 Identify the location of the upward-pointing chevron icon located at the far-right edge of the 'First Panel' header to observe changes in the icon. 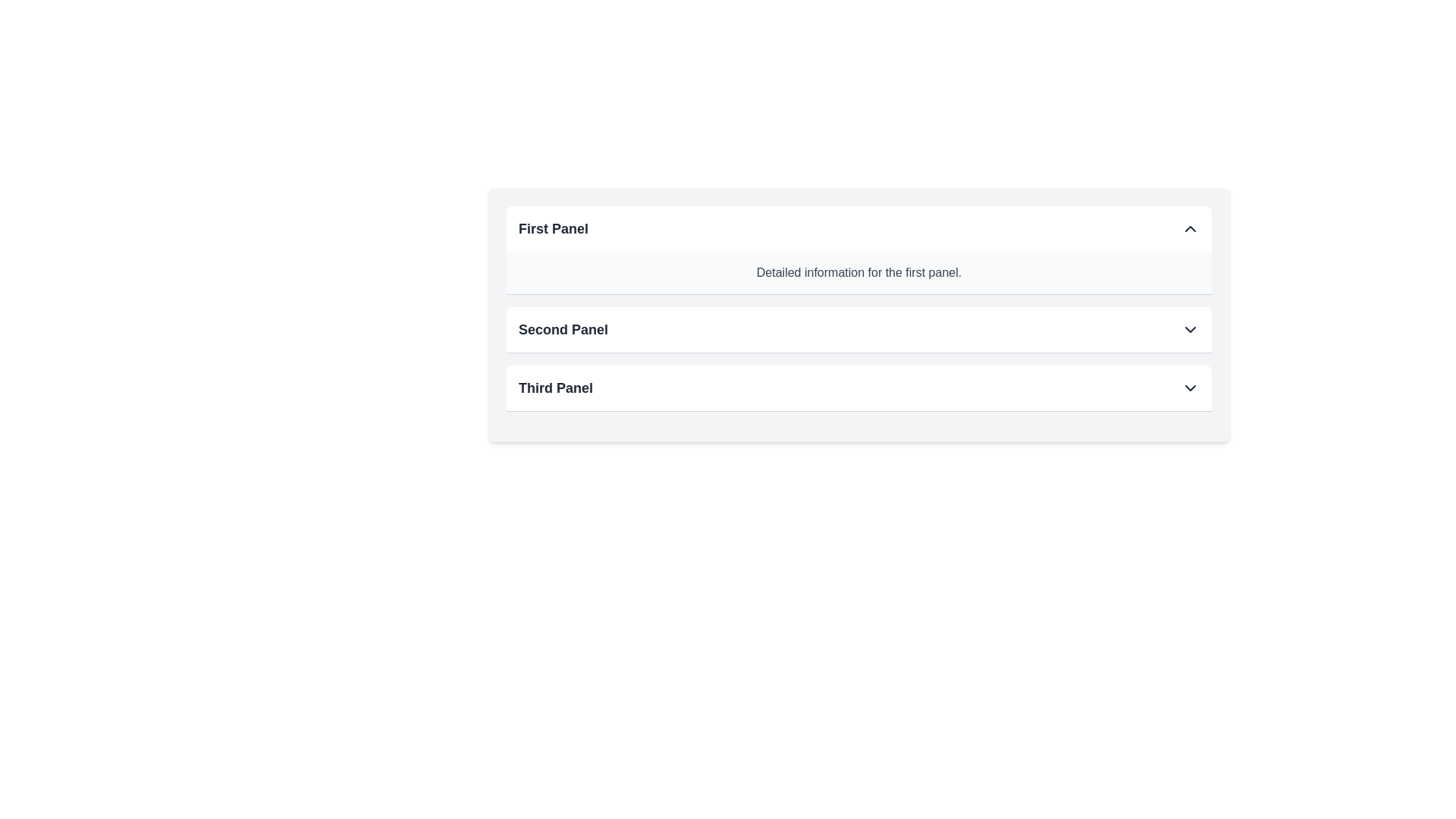
(1189, 228).